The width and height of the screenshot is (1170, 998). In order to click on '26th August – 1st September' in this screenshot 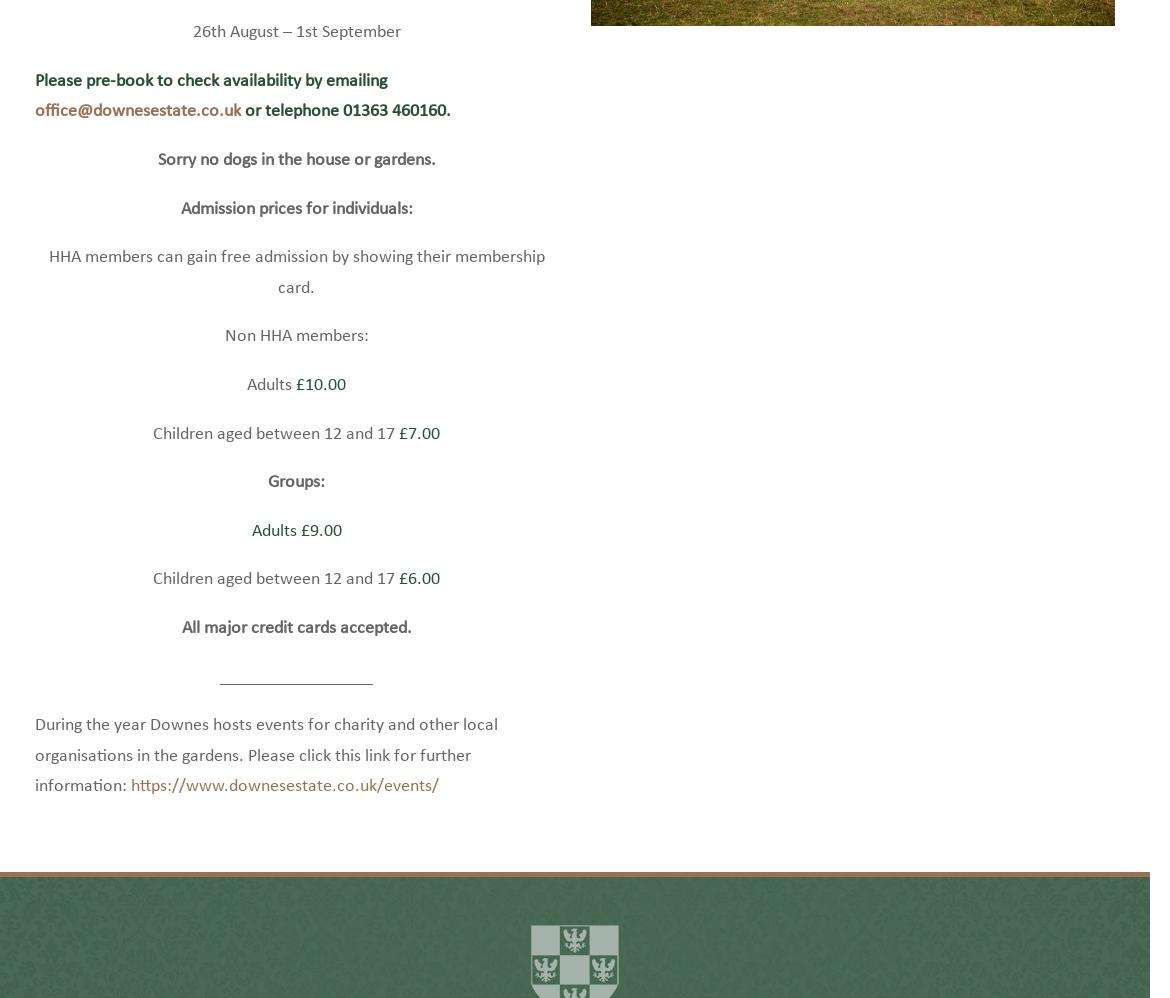, I will do `click(295, 61)`.